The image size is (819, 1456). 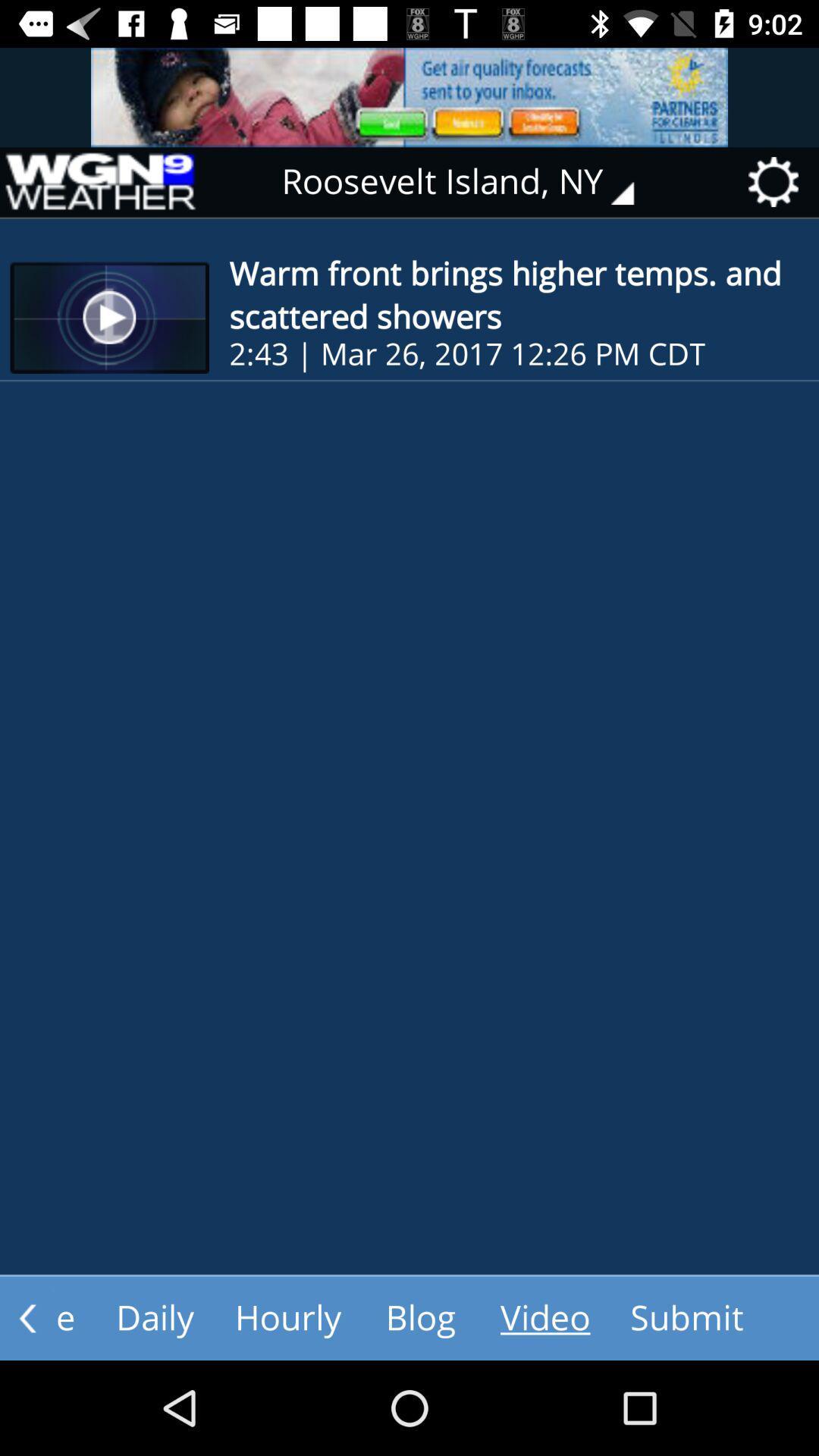 What do you see at coordinates (27, 1317) in the screenshot?
I see `the arrow_backward icon` at bounding box center [27, 1317].